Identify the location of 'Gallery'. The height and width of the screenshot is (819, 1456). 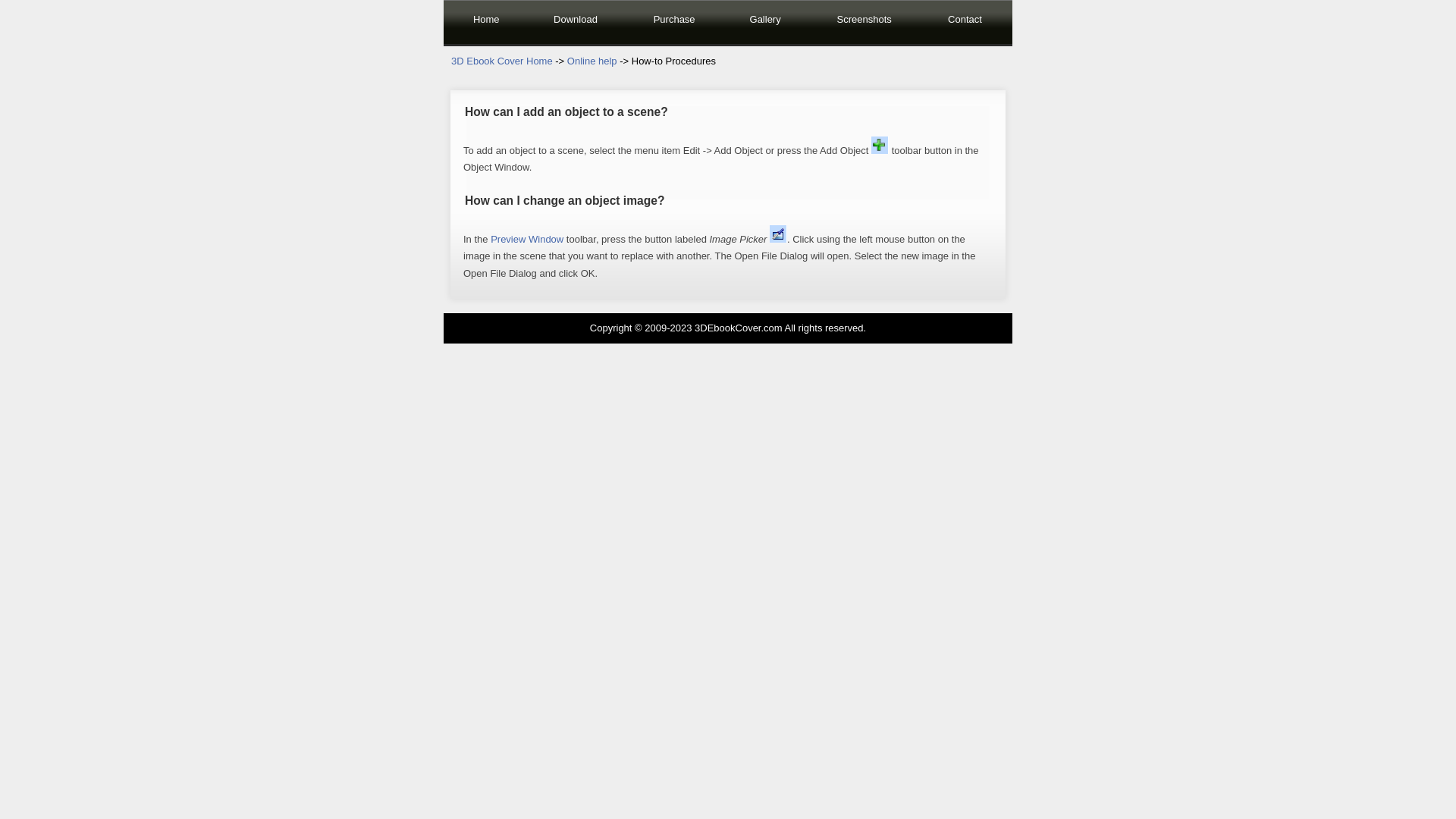
(764, 22).